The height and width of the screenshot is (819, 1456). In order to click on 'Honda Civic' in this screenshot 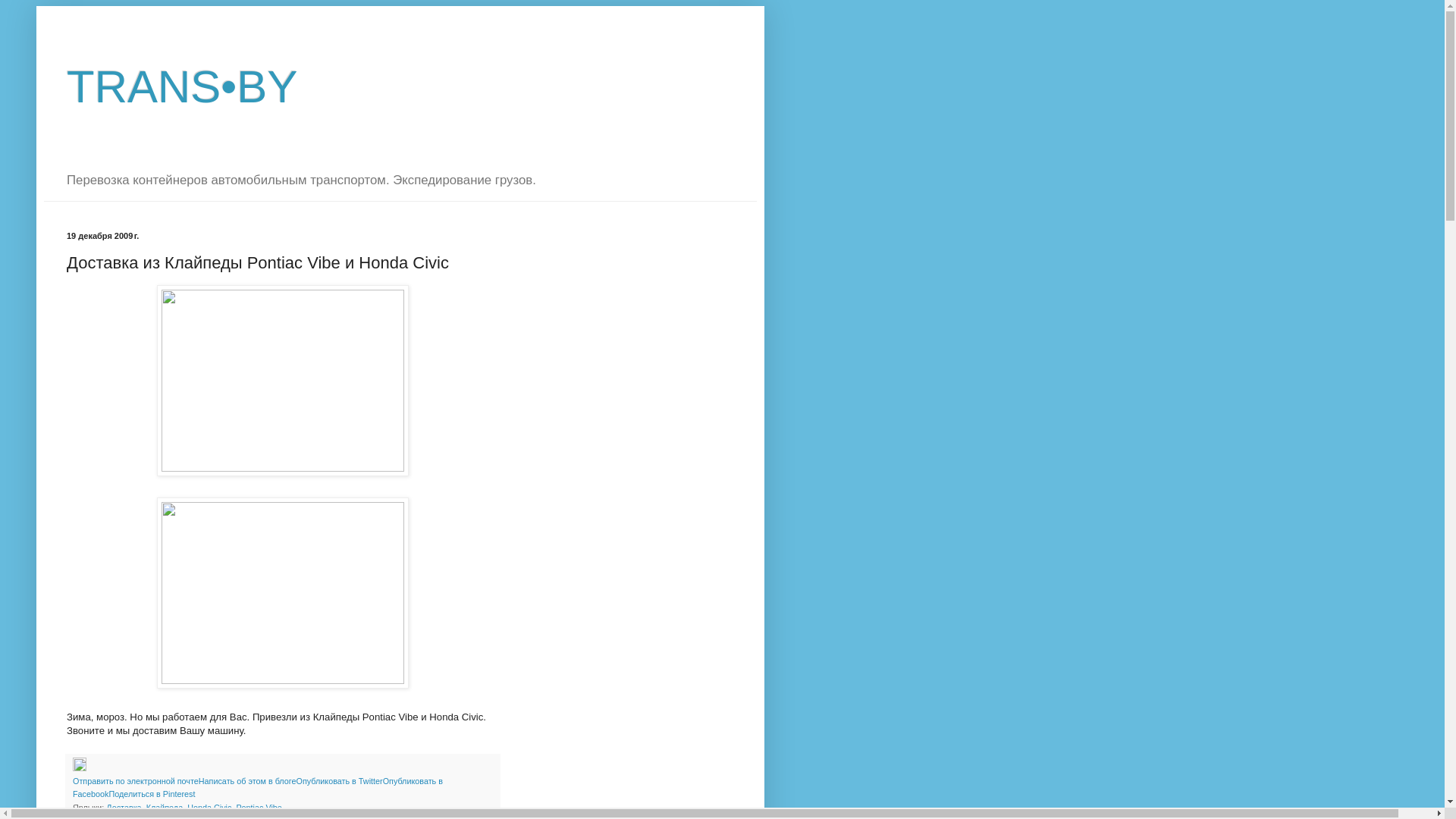, I will do `click(208, 806)`.